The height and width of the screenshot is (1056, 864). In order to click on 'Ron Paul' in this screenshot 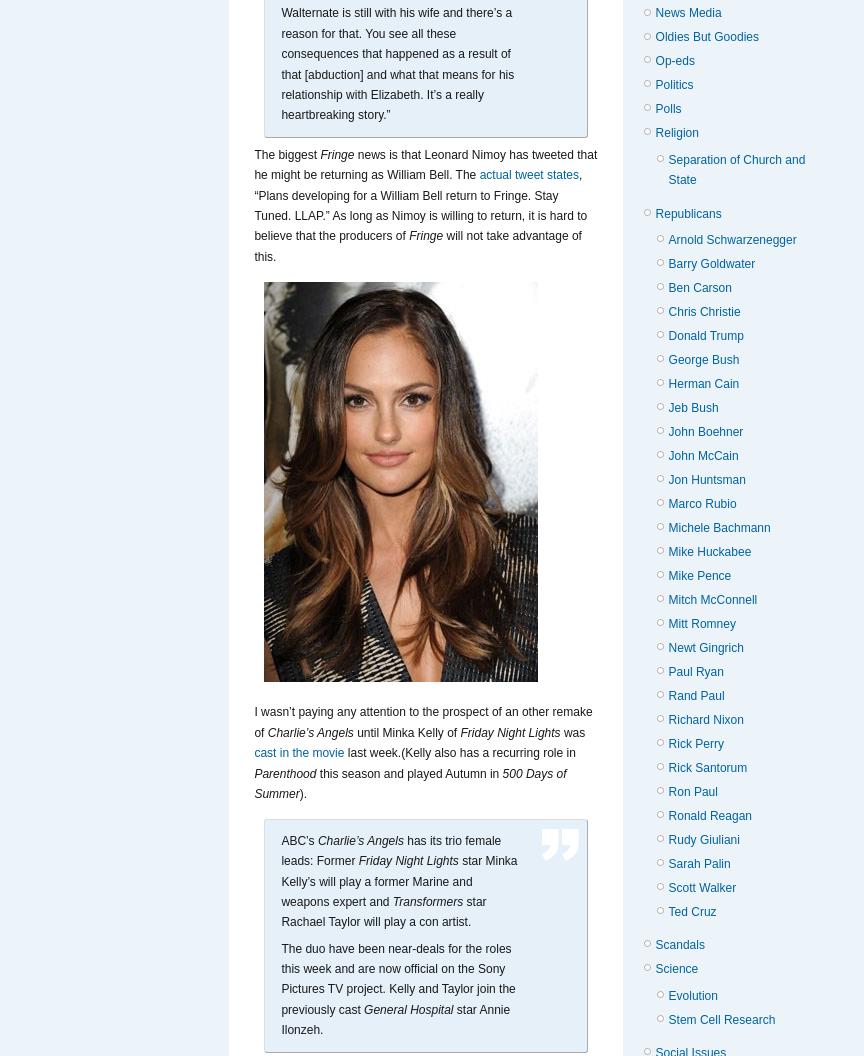, I will do `click(692, 790)`.